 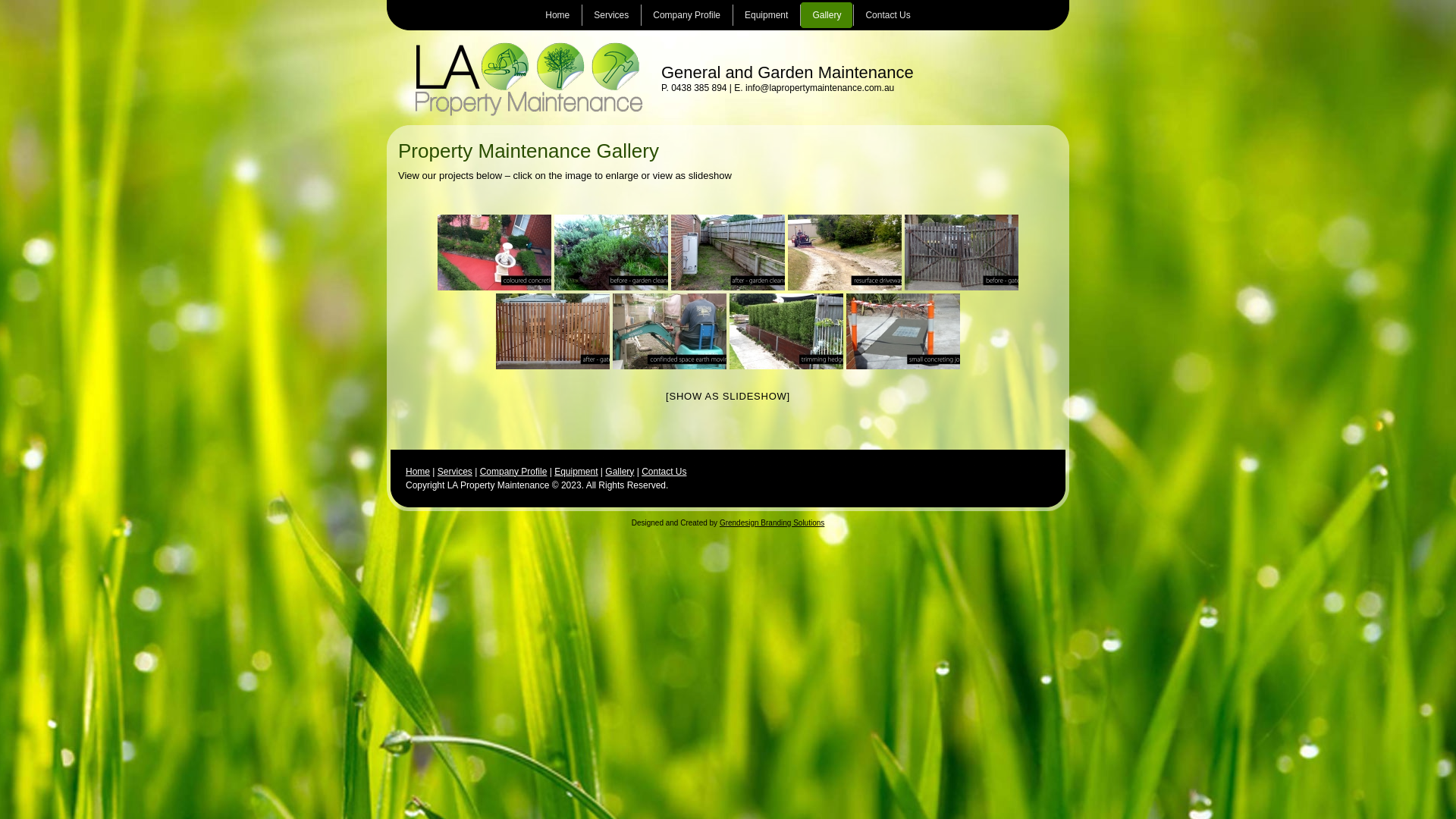 What do you see at coordinates (719, 522) in the screenshot?
I see `'Grendesign Branding Solutions'` at bounding box center [719, 522].